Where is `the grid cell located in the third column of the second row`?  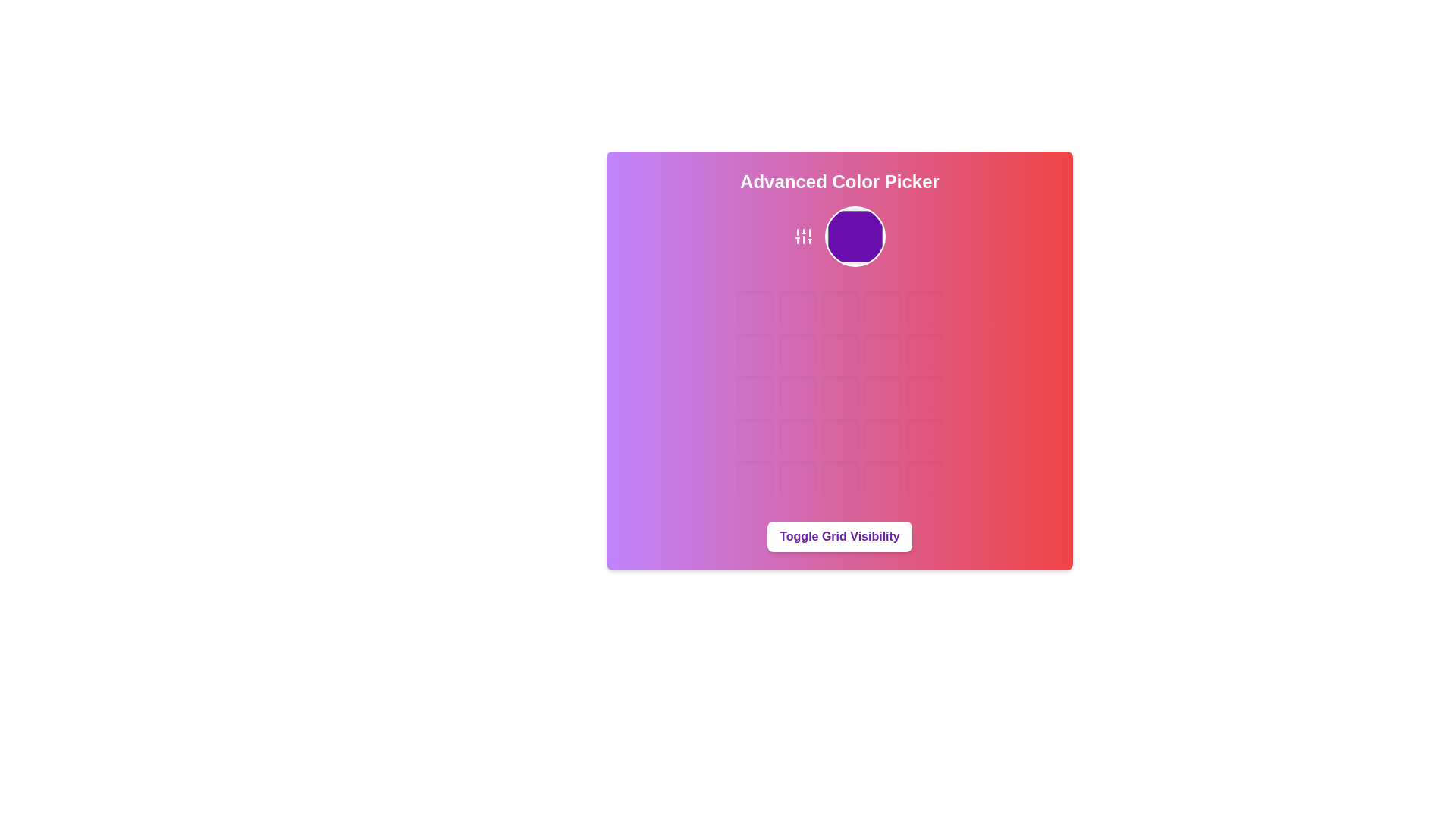 the grid cell located in the third column of the second row is located at coordinates (839, 351).